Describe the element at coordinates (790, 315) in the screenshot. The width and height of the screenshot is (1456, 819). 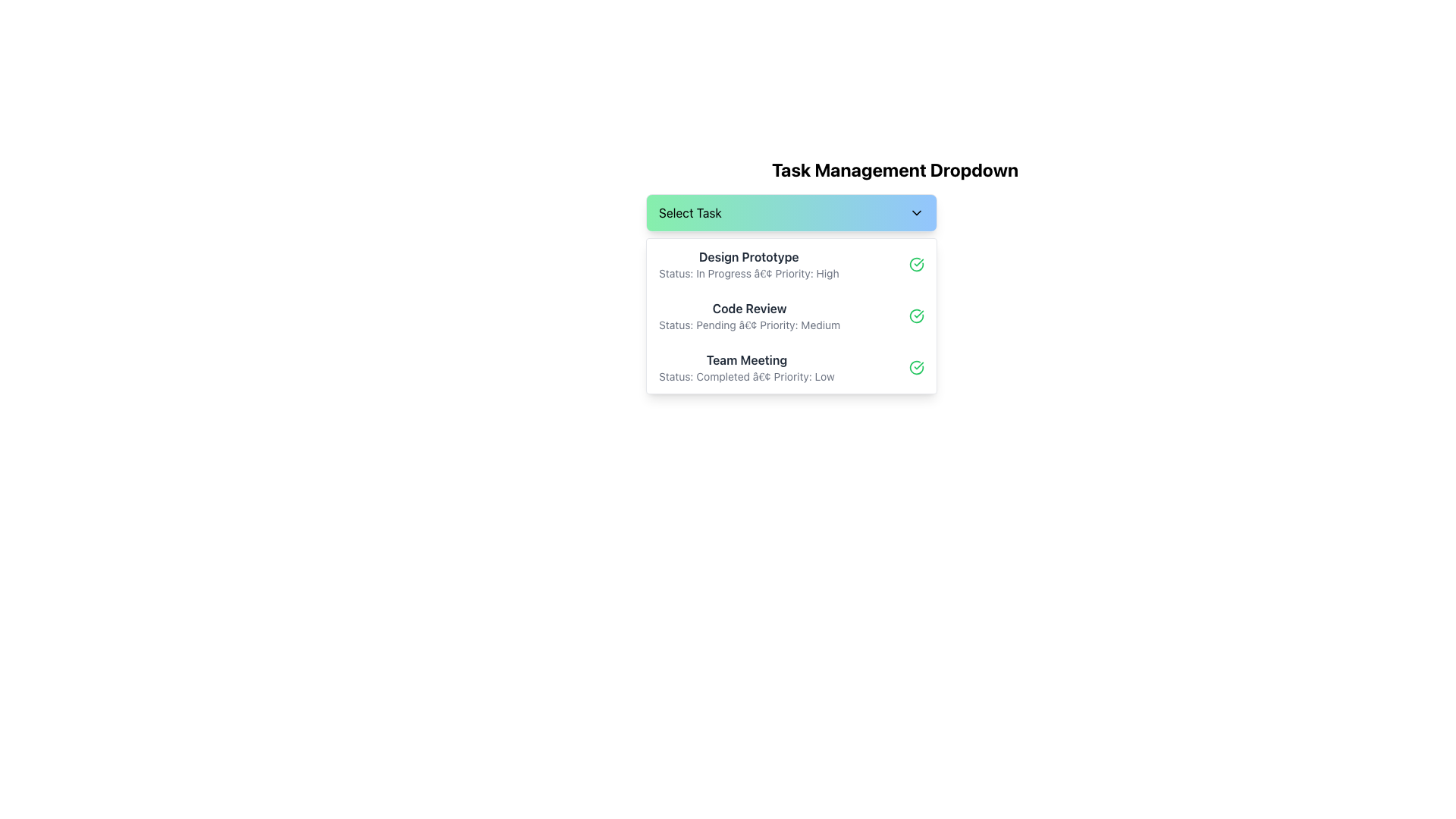
I see `the dropdown menu option` at that location.